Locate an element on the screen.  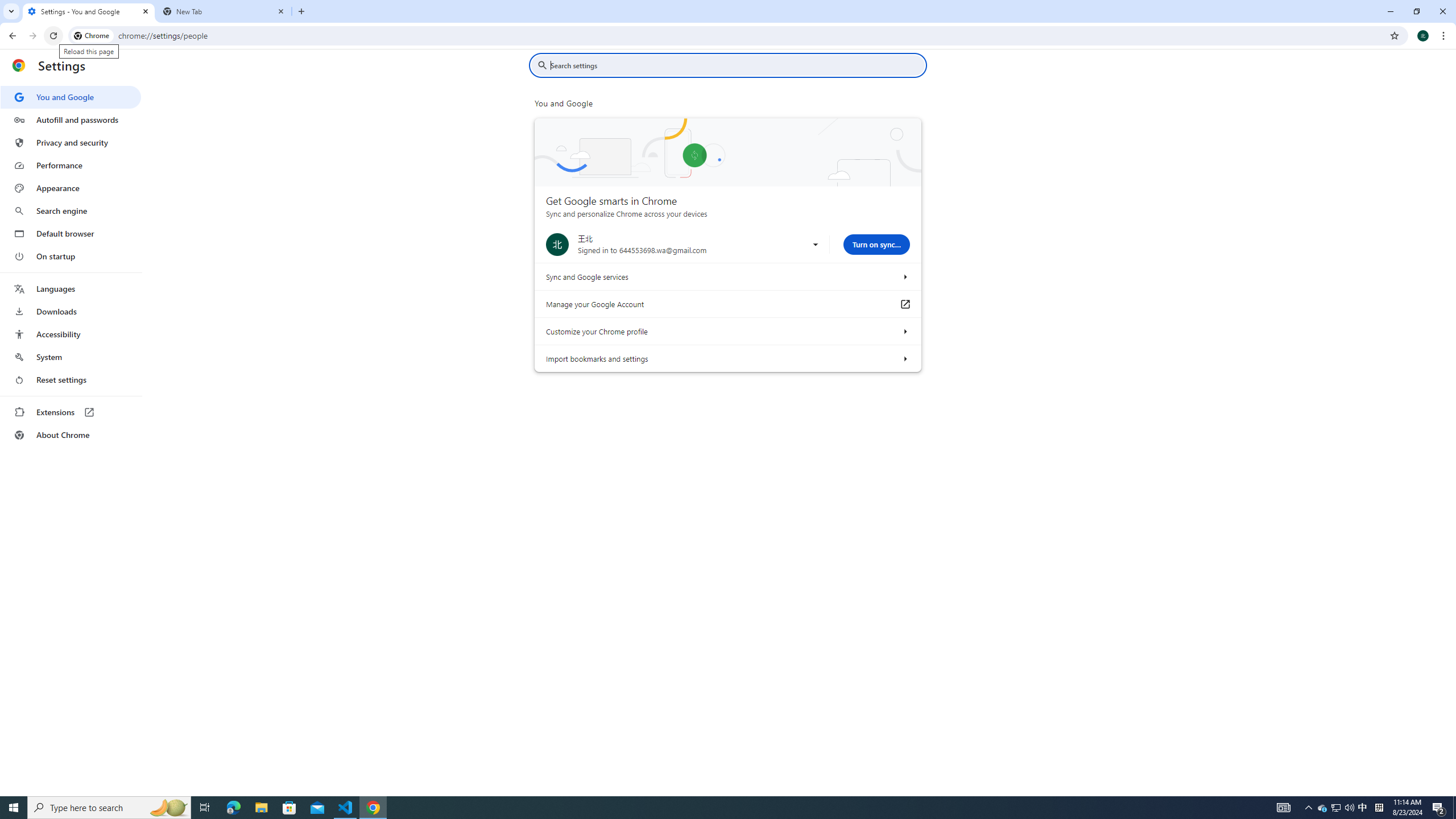
'Languages' is located at coordinates (70, 289).